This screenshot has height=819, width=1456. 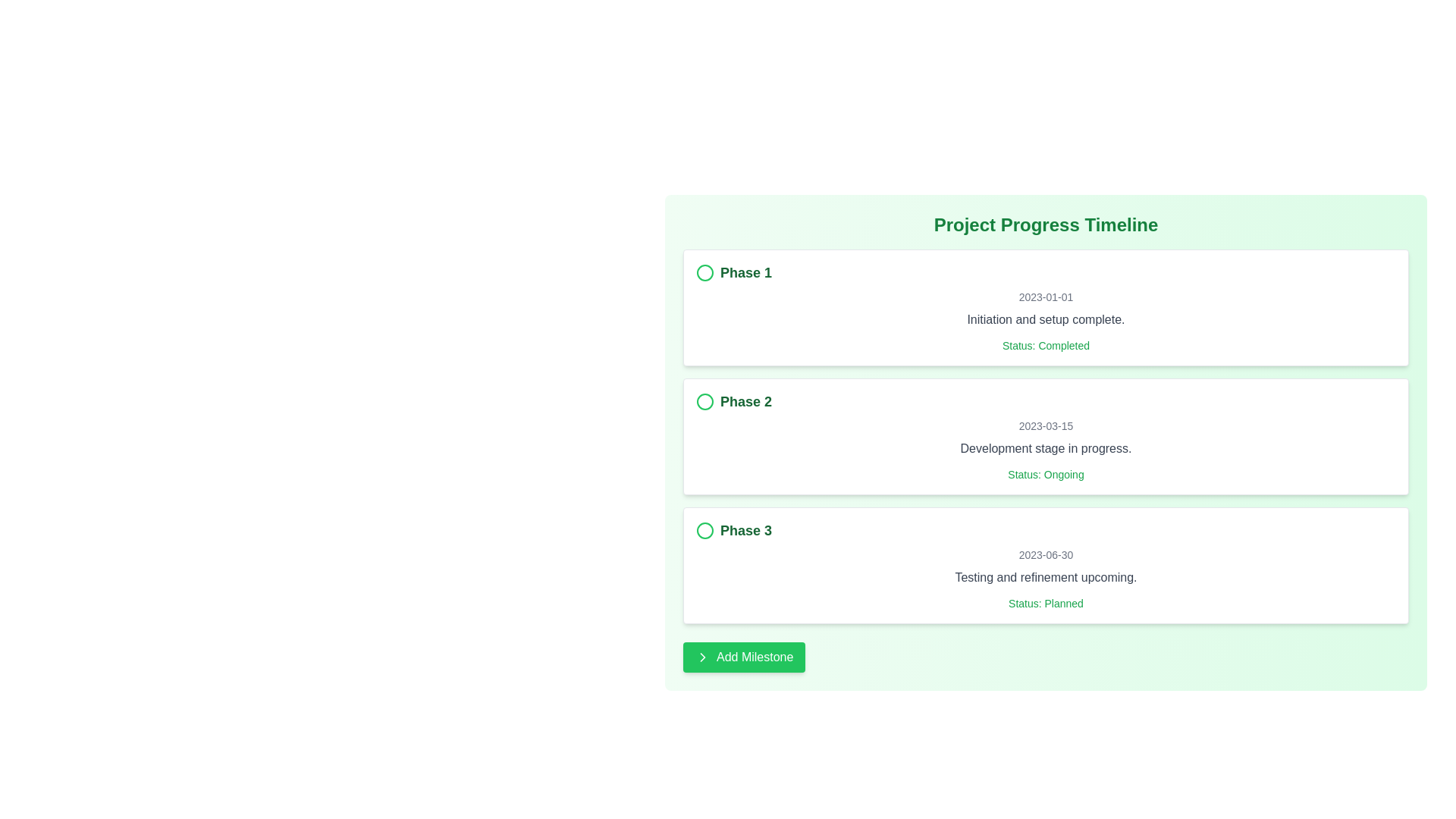 I want to click on the green stroked circle with a white fill located in the third phase of the vertical project progress timeline, centered over the phase title, so click(x=704, y=529).